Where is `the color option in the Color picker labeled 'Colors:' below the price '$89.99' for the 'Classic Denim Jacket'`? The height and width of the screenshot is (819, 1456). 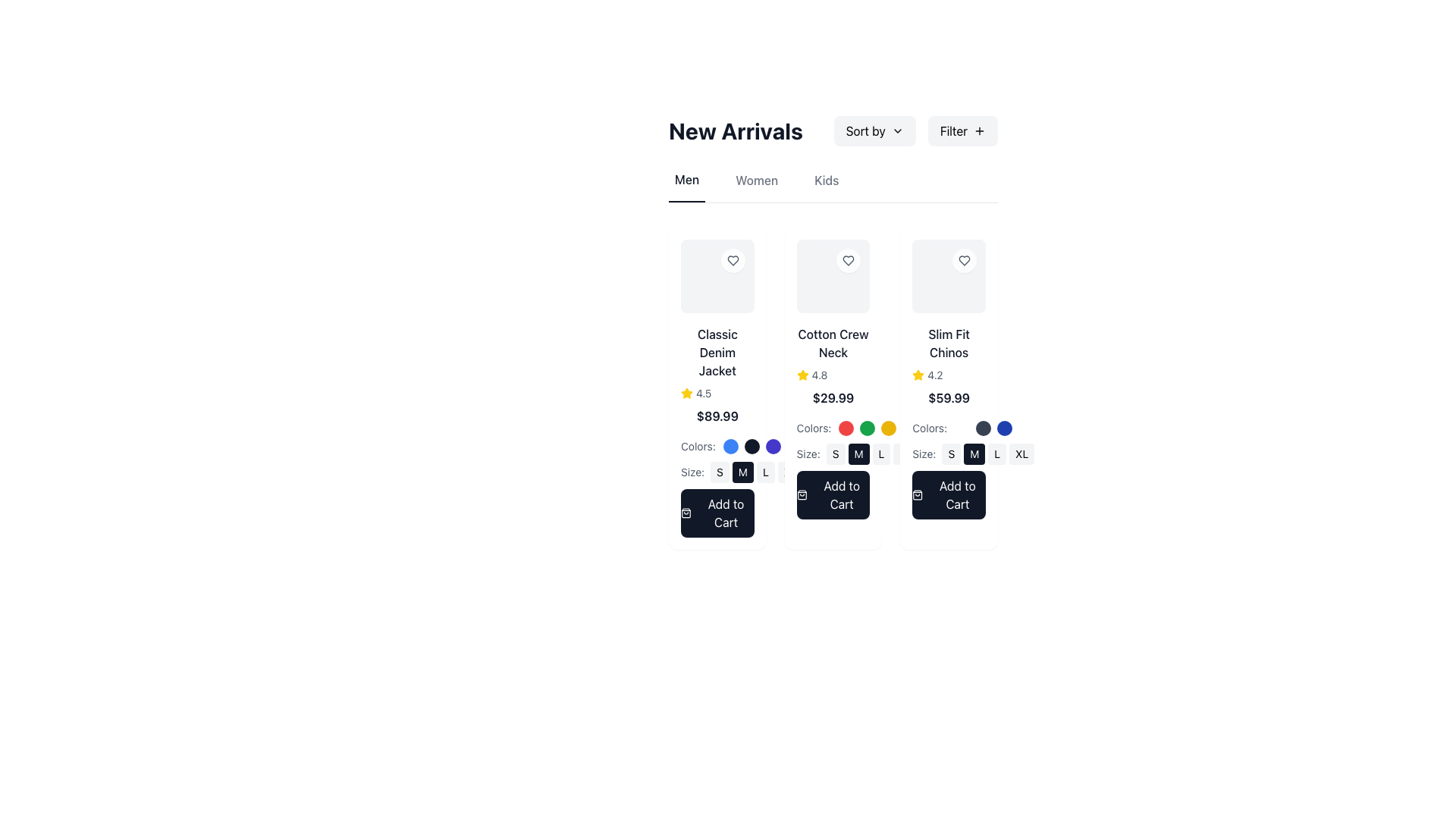
the color option in the Color picker labeled 'Colors:' below the price '$89.99' for the 'Classic Denim Jacket' is located at coordinates (716, 442).